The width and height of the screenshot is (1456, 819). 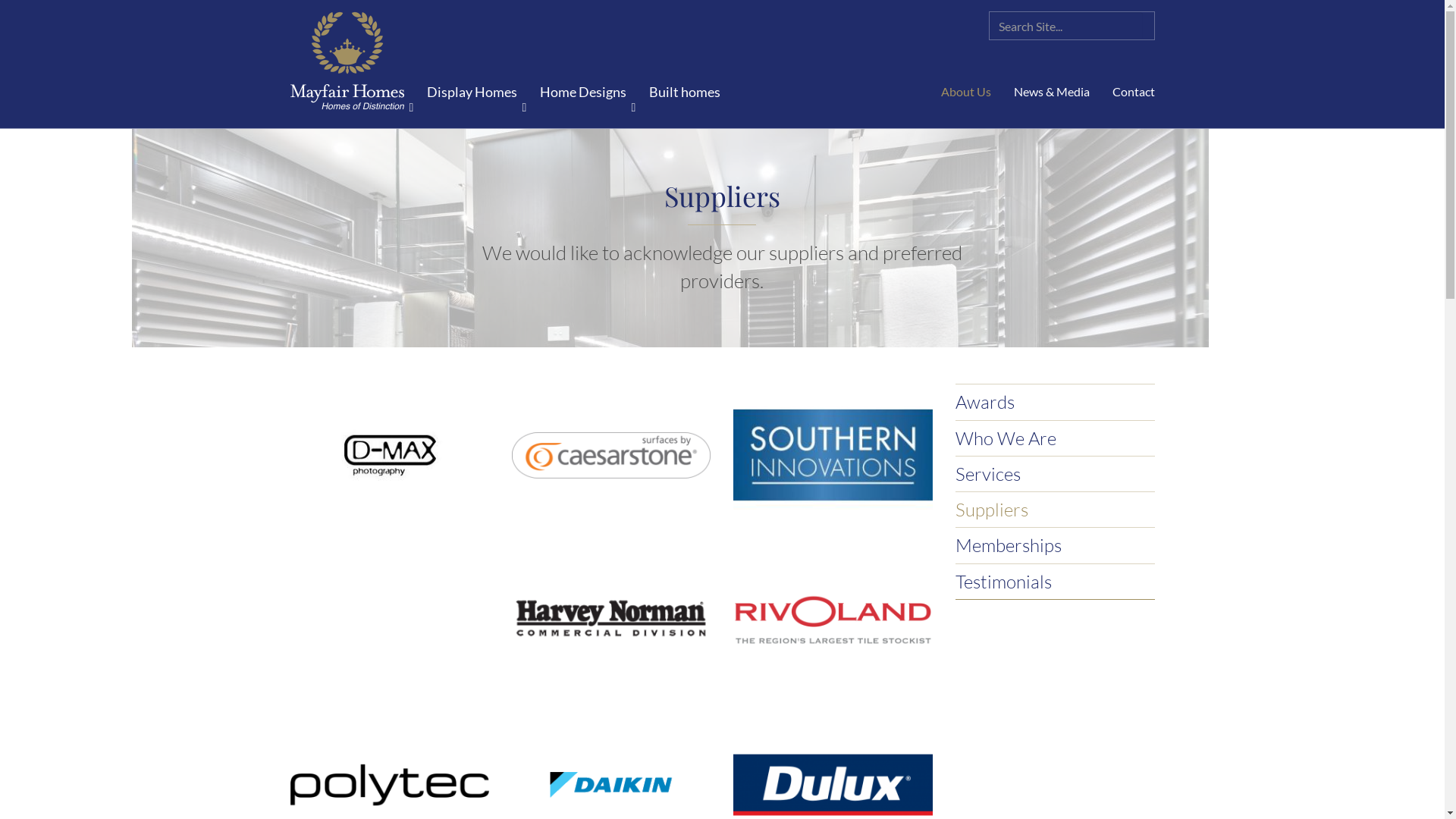 What do you see at coordinates (987, 472) in the screenshot?
I see `'Services'` at bounding box center [987, 472].